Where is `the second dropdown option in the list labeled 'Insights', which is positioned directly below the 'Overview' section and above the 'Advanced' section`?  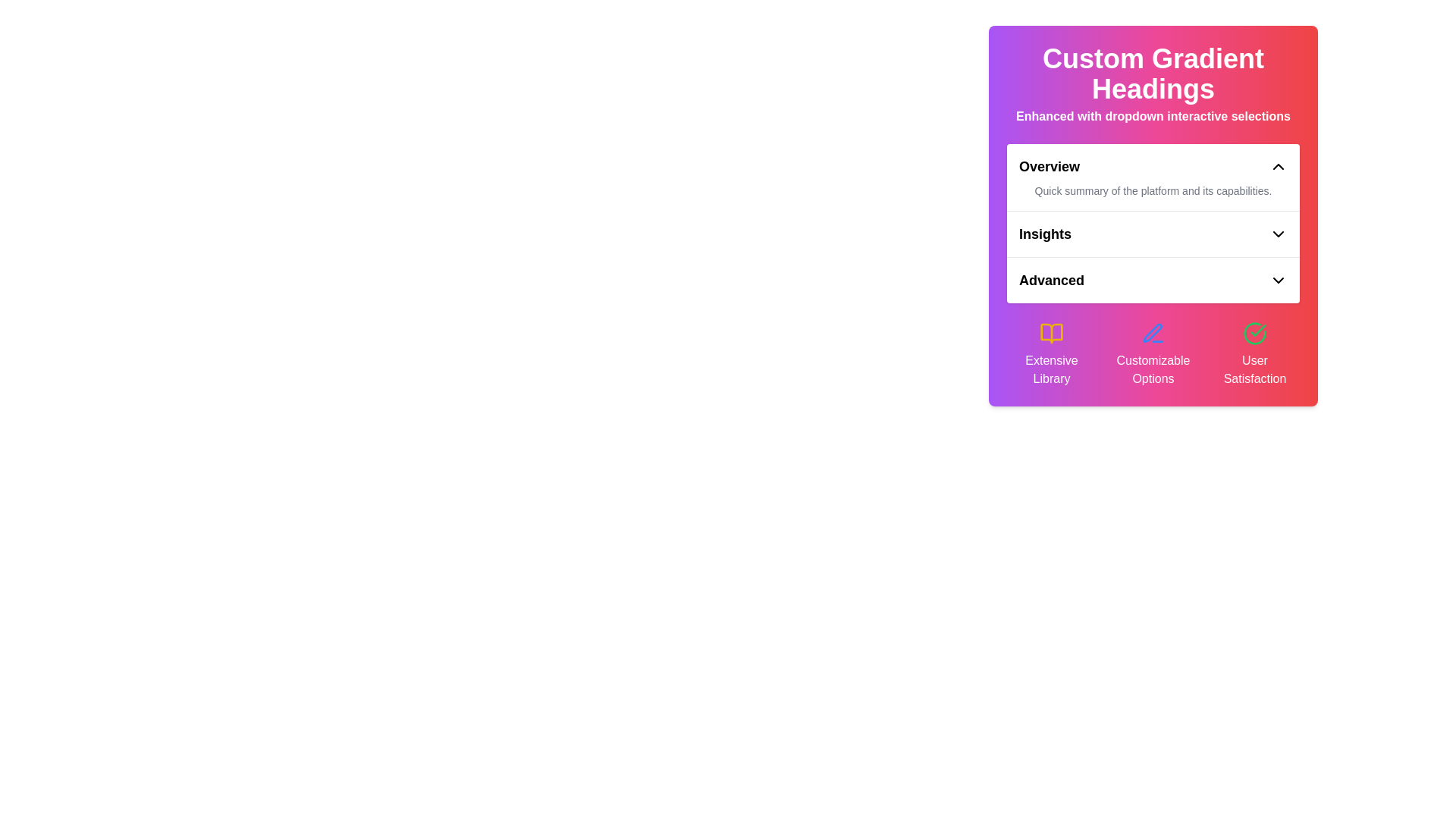
the second dropdown option in the list labeled 'Insights', which is positioned directly below the 'Overview' section and above the 'Advanced' section is located at coordinates (1153, 216).